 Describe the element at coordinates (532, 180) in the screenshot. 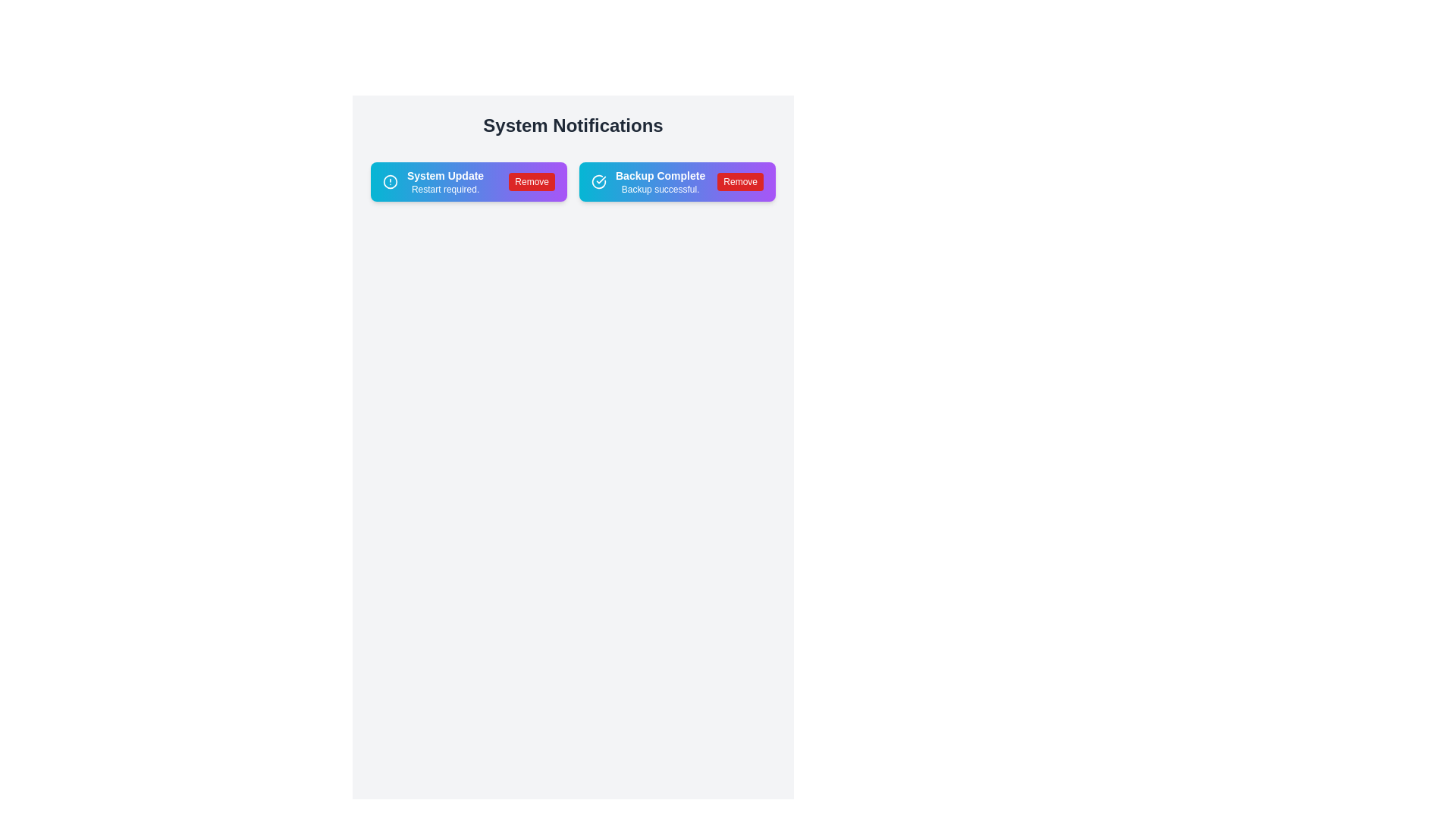

I see `remove button for the notification chip labeled 'System Update'` at that location.